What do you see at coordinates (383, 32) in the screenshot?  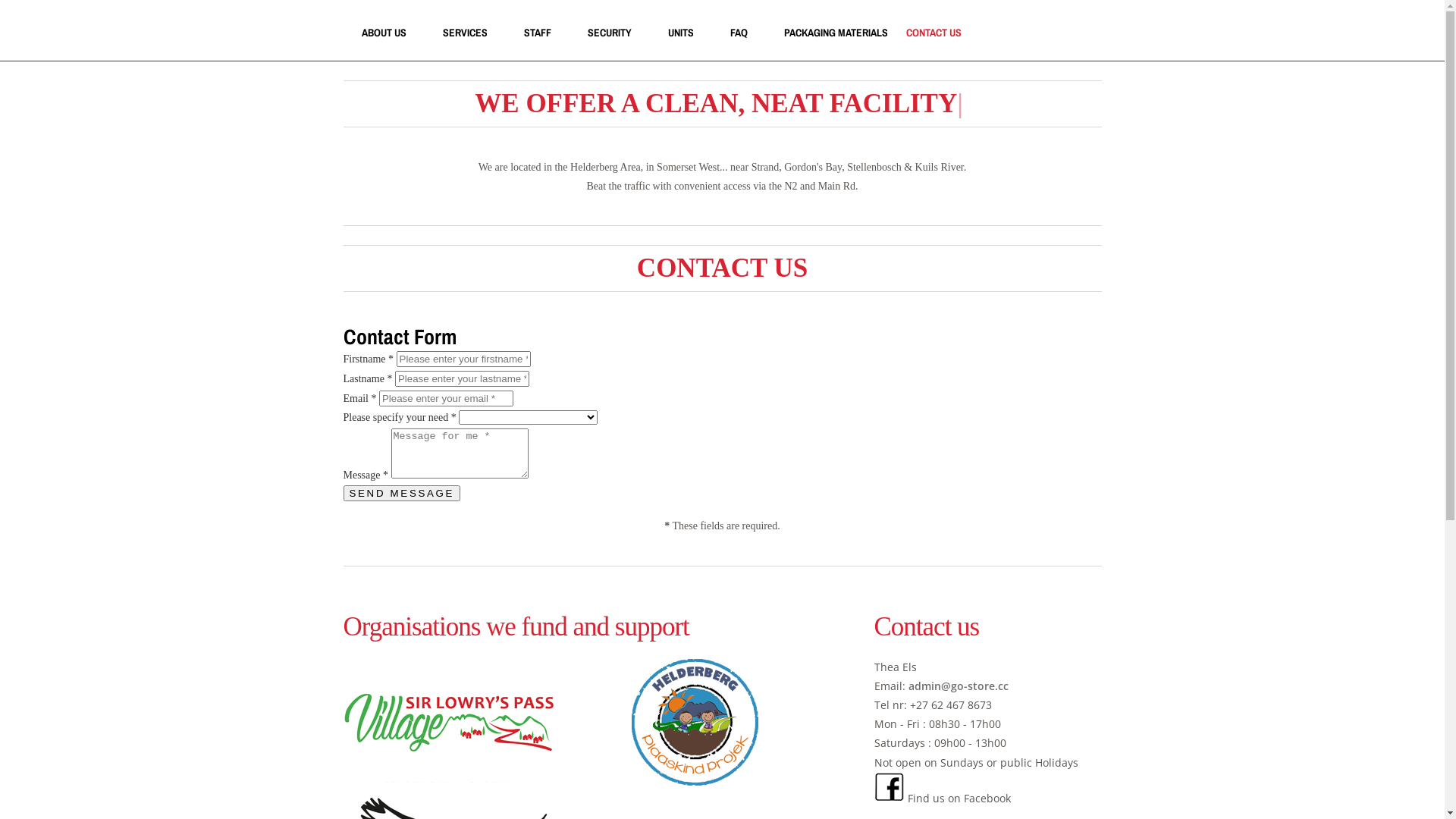 I see `'ABOUT US'` at bounding box center [383, 32].